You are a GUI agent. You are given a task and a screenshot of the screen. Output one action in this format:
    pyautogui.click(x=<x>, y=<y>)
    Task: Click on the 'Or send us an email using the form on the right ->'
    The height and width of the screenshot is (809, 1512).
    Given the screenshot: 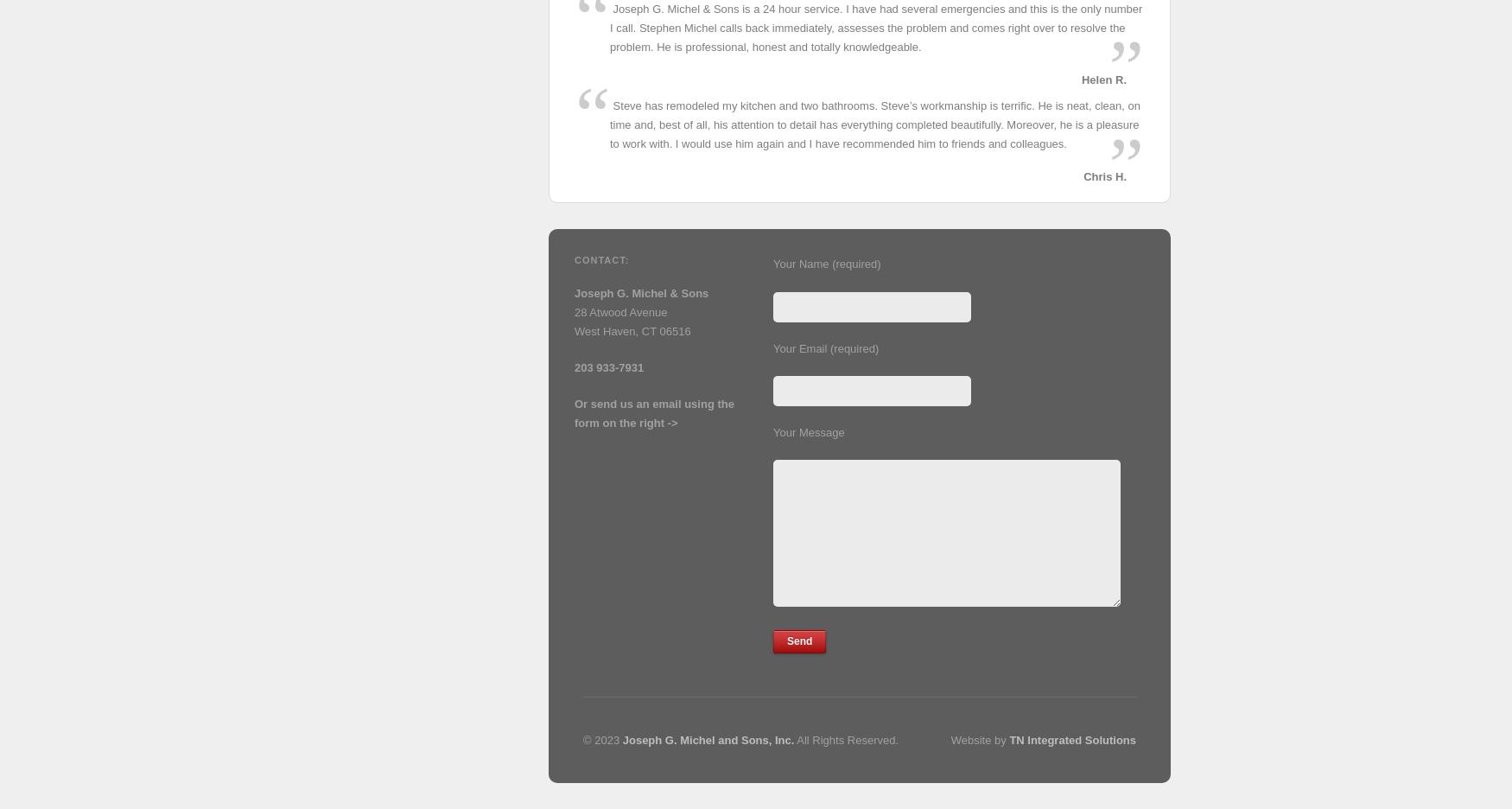 What is the action you would take?
    pyautogui.click(x=574, y=412)
    